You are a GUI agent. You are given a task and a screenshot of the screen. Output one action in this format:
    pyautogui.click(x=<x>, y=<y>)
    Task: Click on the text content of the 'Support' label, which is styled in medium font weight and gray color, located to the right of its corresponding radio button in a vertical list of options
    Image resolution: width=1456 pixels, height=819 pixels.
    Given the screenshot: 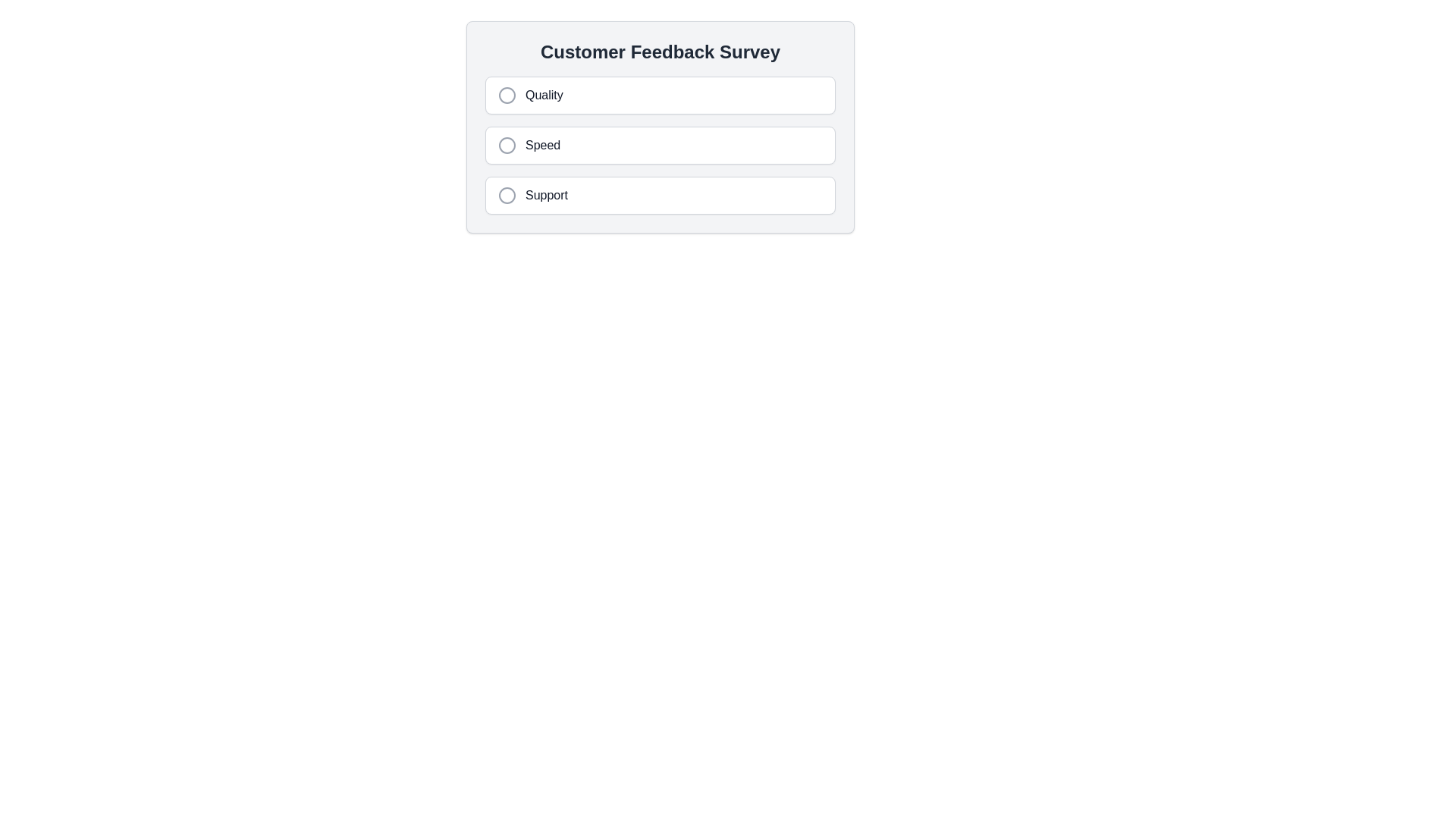 What is the action you would take?
    pyautogui.click(x=546, y=195)
    